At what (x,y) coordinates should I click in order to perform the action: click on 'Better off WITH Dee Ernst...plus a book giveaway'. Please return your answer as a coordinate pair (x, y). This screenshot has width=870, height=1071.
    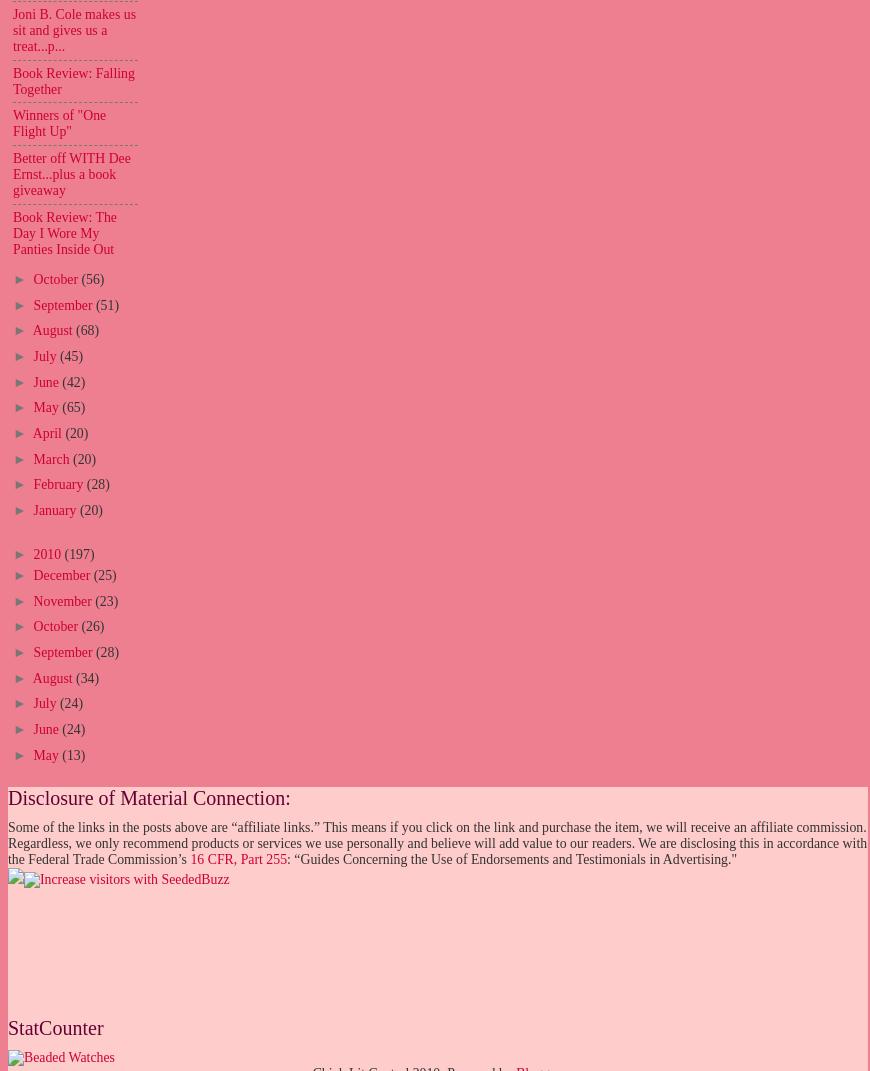
    Looking at the image, I should click on (70, 172).